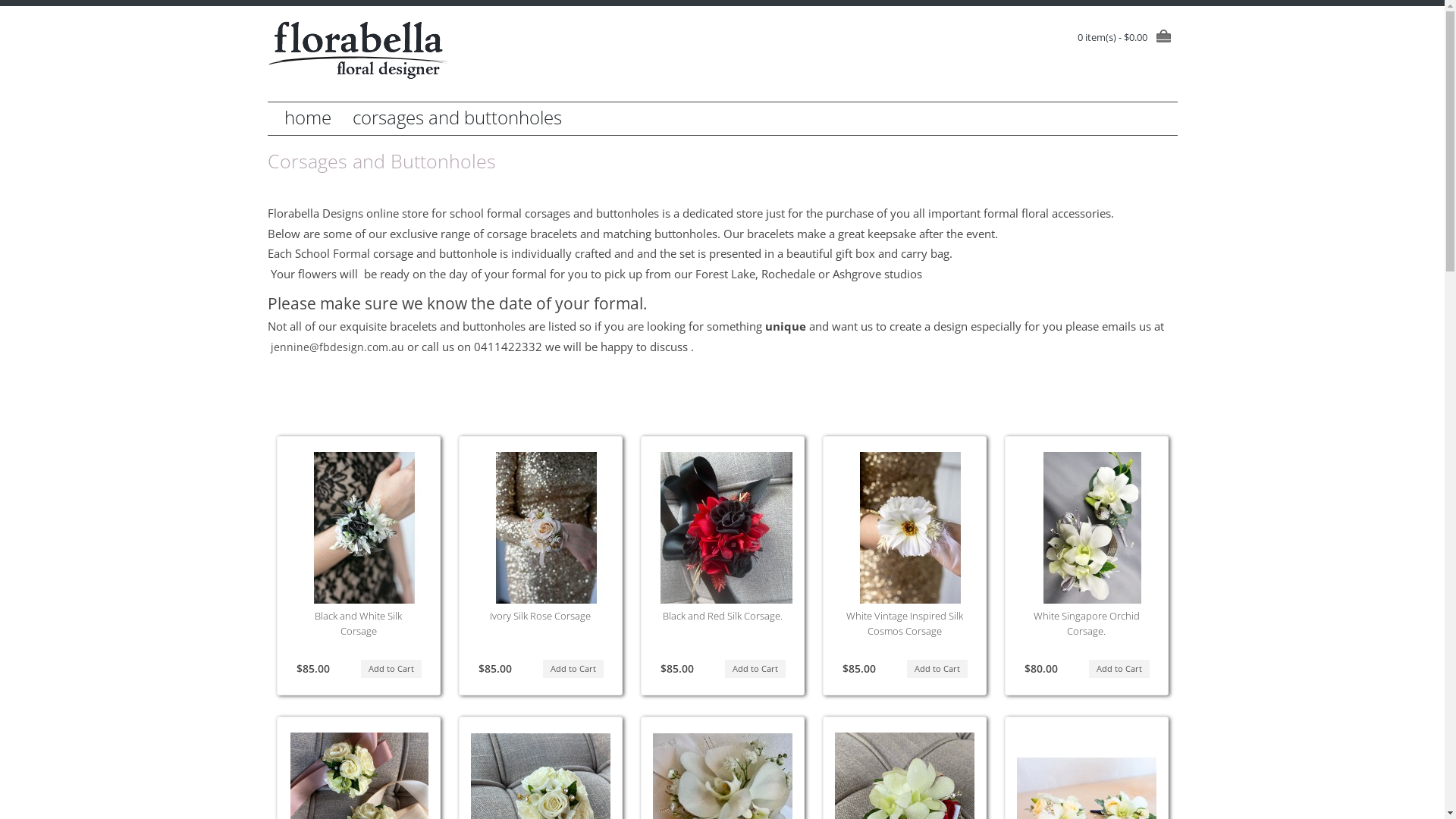  What do you see at coordinates (334, 347) in the screenshot?
I see `' jennine@fbdesign.com.au'` at bounding box center [334, 347].